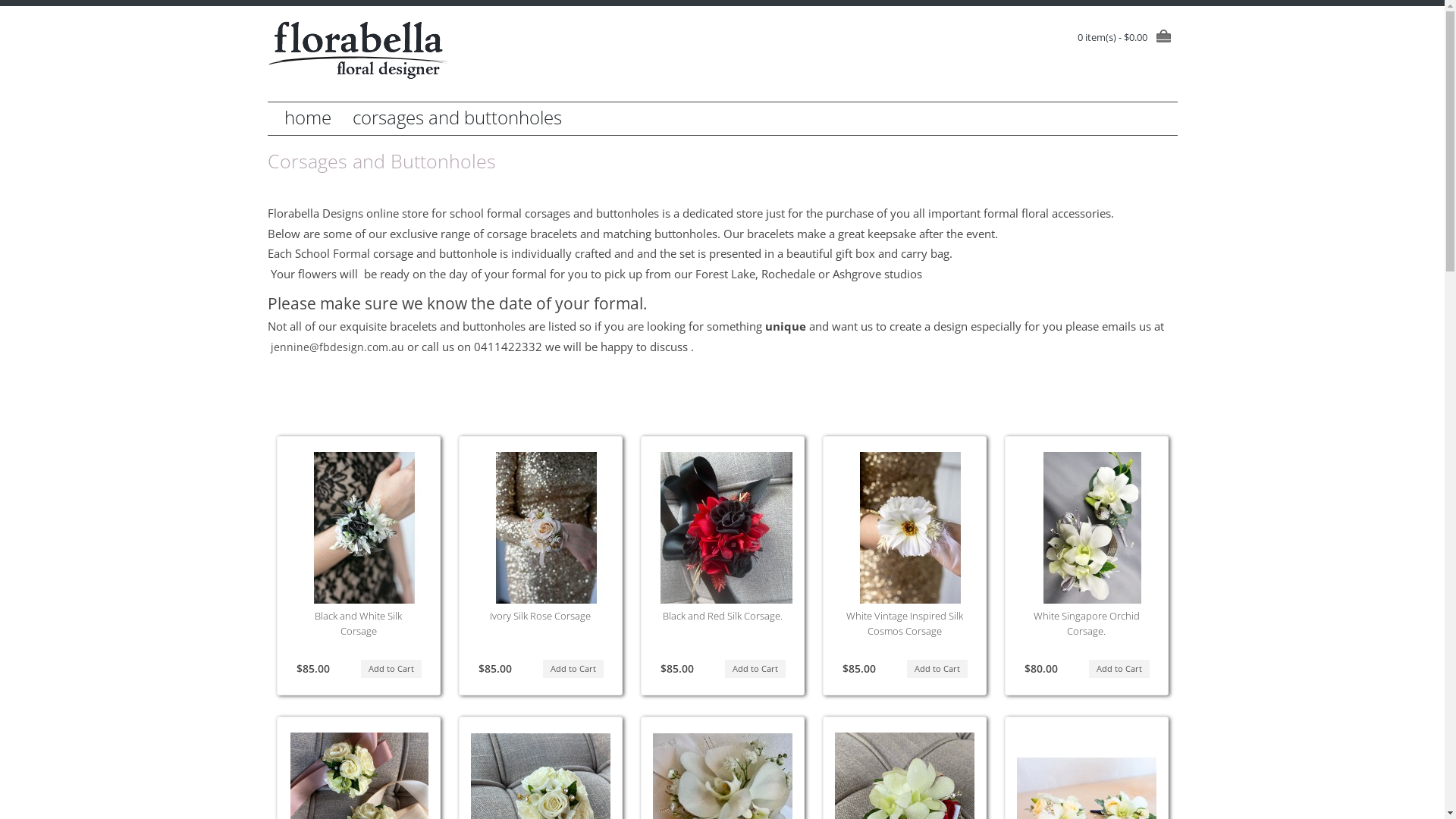  What do you see at coordinates (334, 347) in the screenshot?
I see `' jennine@fbdesign.com.au'` at bounding box center [334, 347].